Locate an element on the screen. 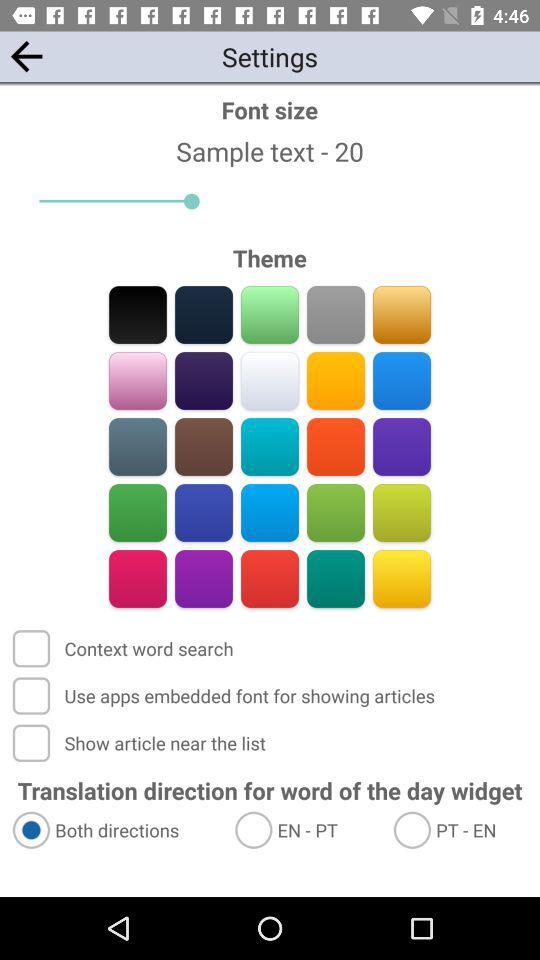 The image size is (540, 960). this color is located at coordinates (270, 446).